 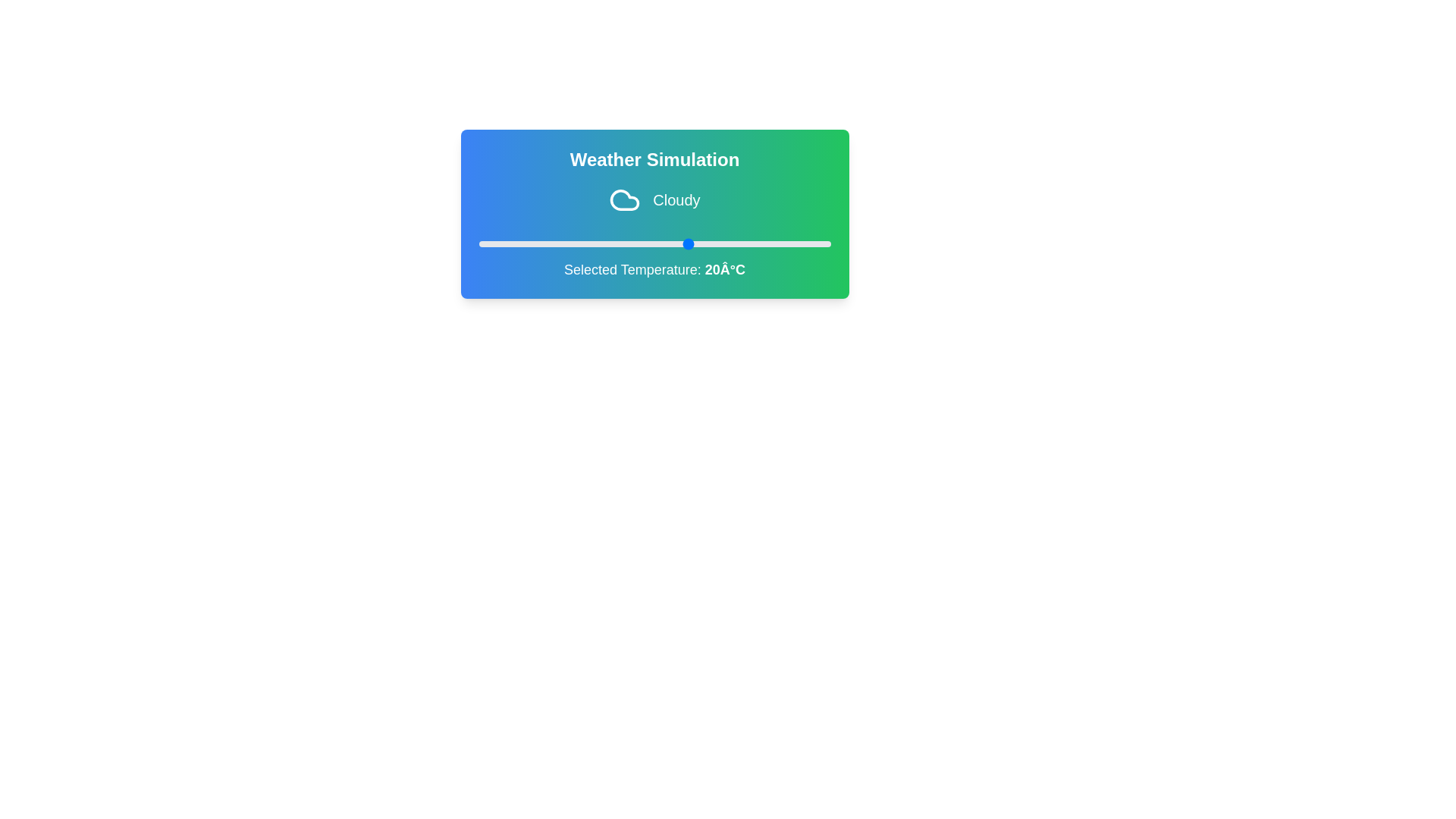 I want to click on the temperature, so click(x=528, y=243).